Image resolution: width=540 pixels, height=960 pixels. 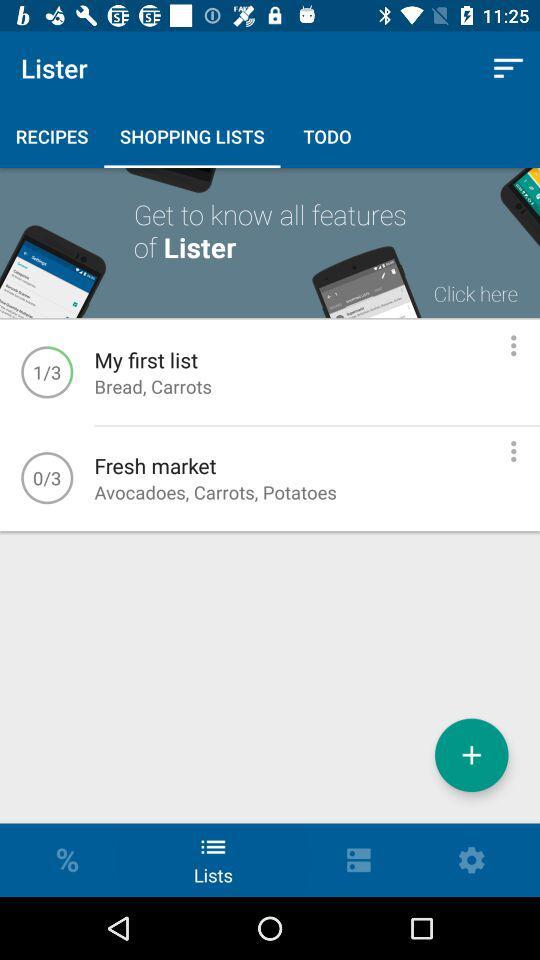 What do you see at coordinates (471, 754) in the screenshot?
I see `new list` at bounding box center [471, 754].